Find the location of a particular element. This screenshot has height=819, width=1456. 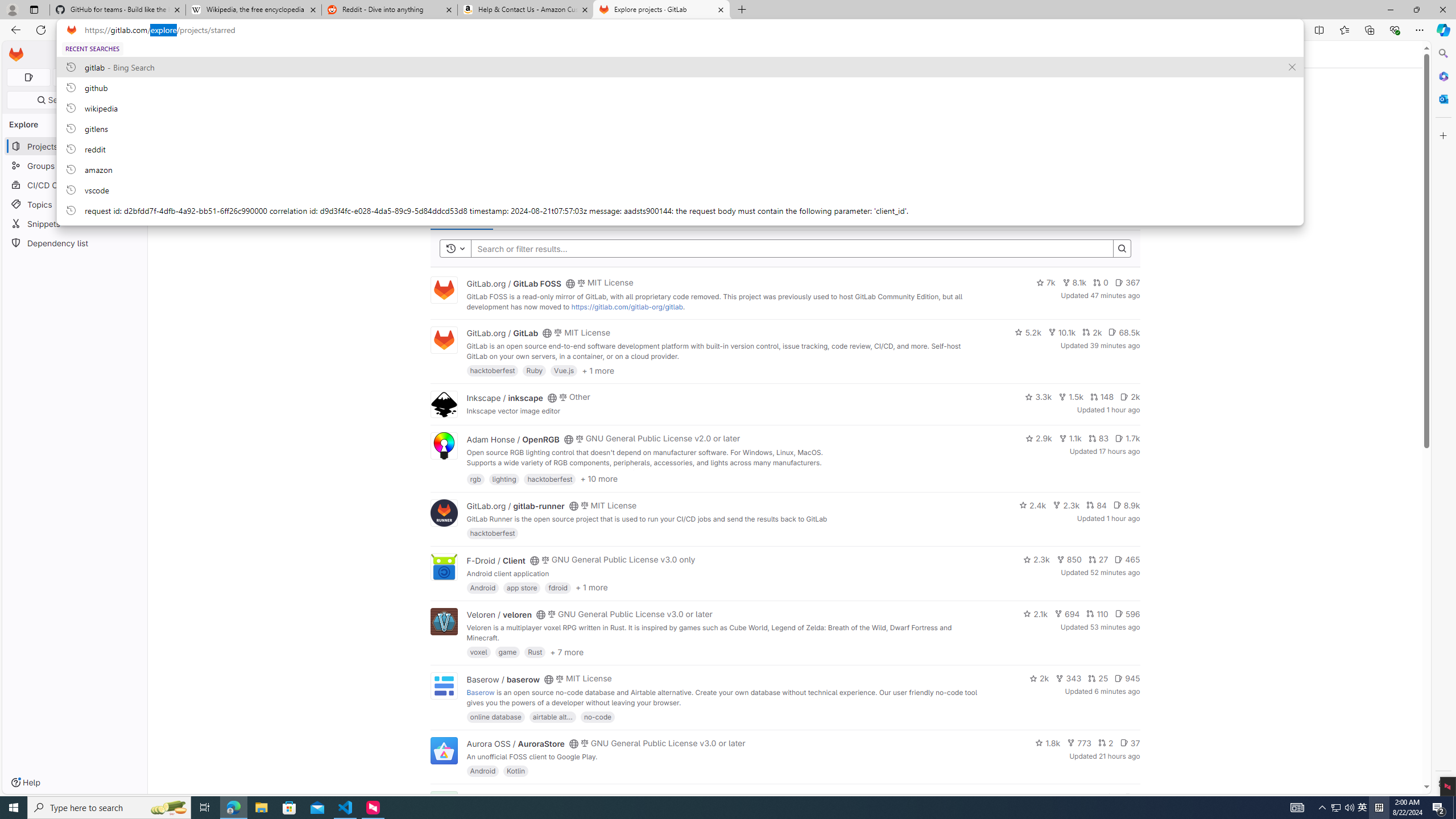

'7k' is located at coordinates (1045, 283).